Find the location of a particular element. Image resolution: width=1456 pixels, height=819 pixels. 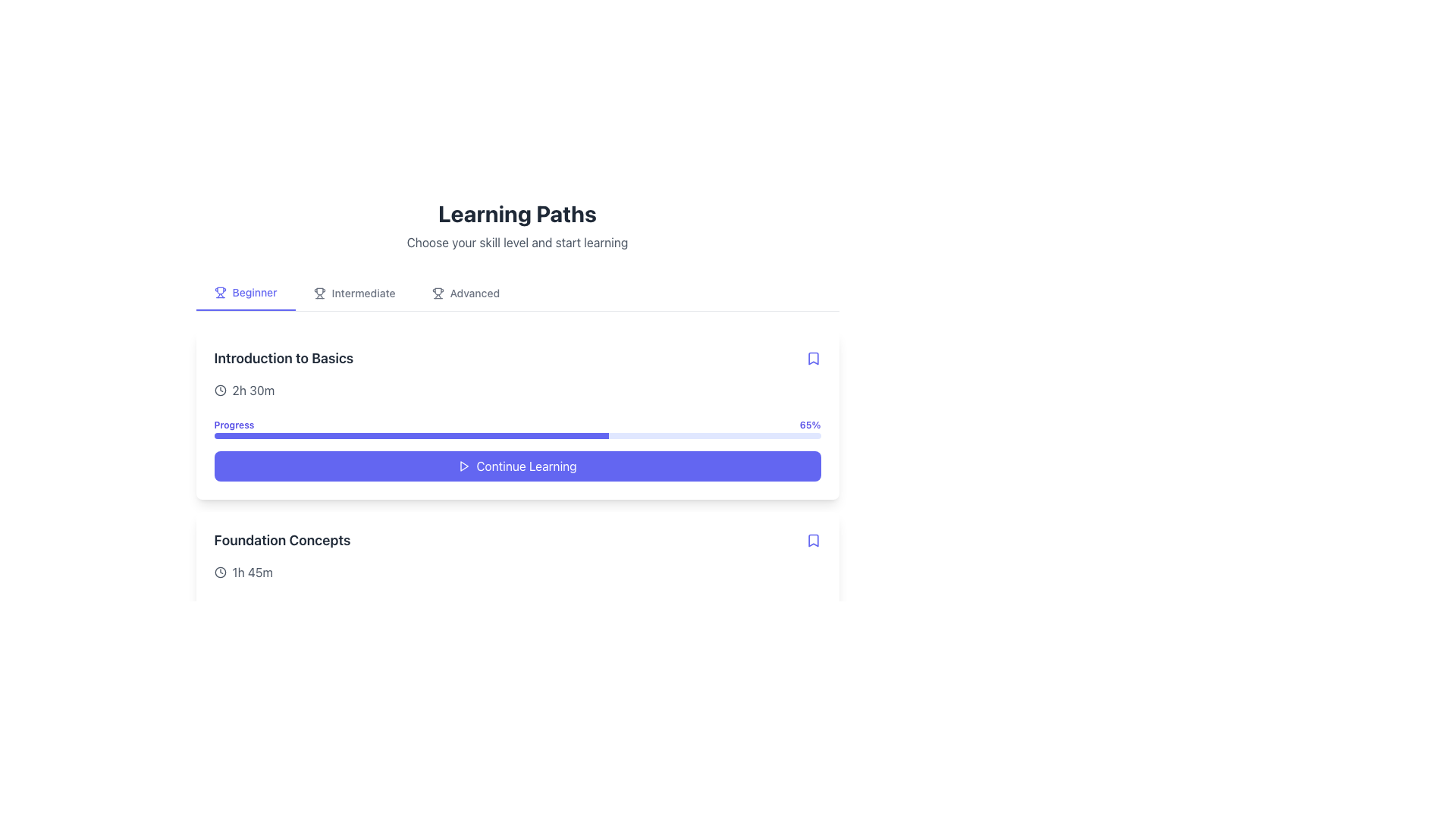

the 'Continue Learning' button with a vibrant indigo background and white text is located at coordinates (517, 465).